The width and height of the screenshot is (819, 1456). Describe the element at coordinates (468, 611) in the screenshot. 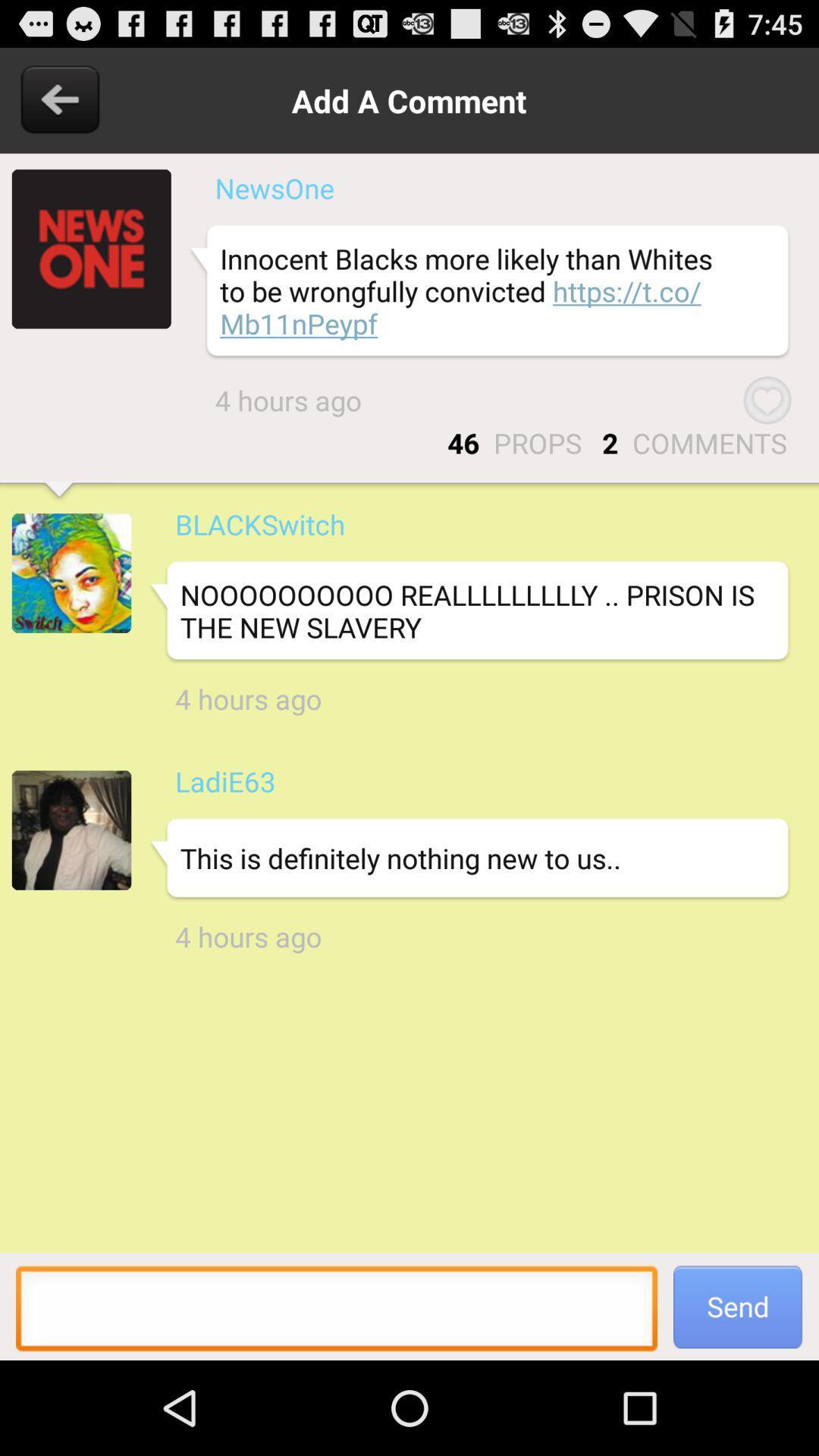

I see `item below blackswitch` at that location.